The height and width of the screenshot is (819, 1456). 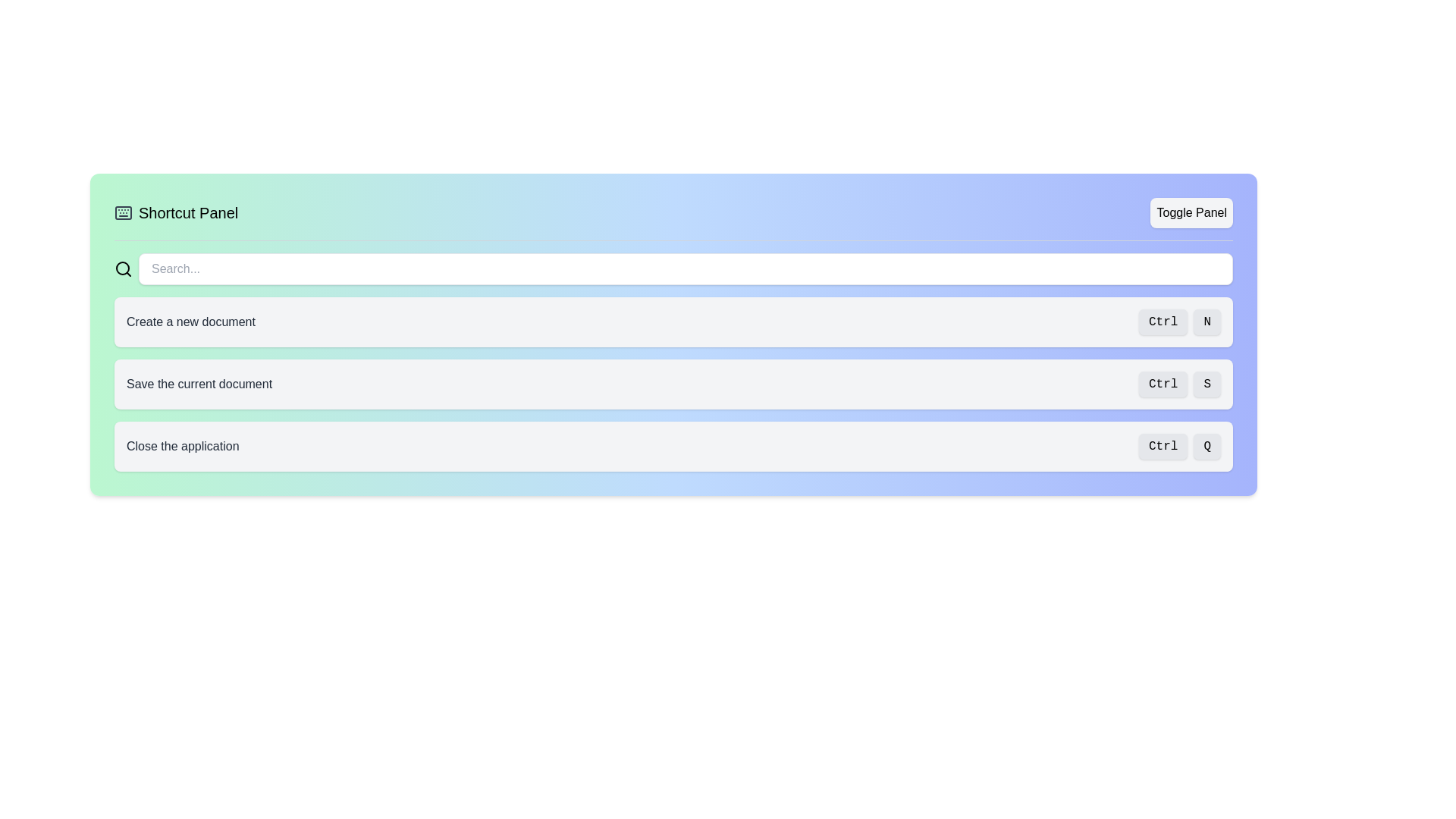 What do you see at coordinates (1207, 383) in the screenshot?
I see `the informational label button displaying 'S', which is the second button in a horizontal group next to the 'Ctrl' button, located at the right end of the second row of interactive items in the panel` at bounding box center [1207, 383].